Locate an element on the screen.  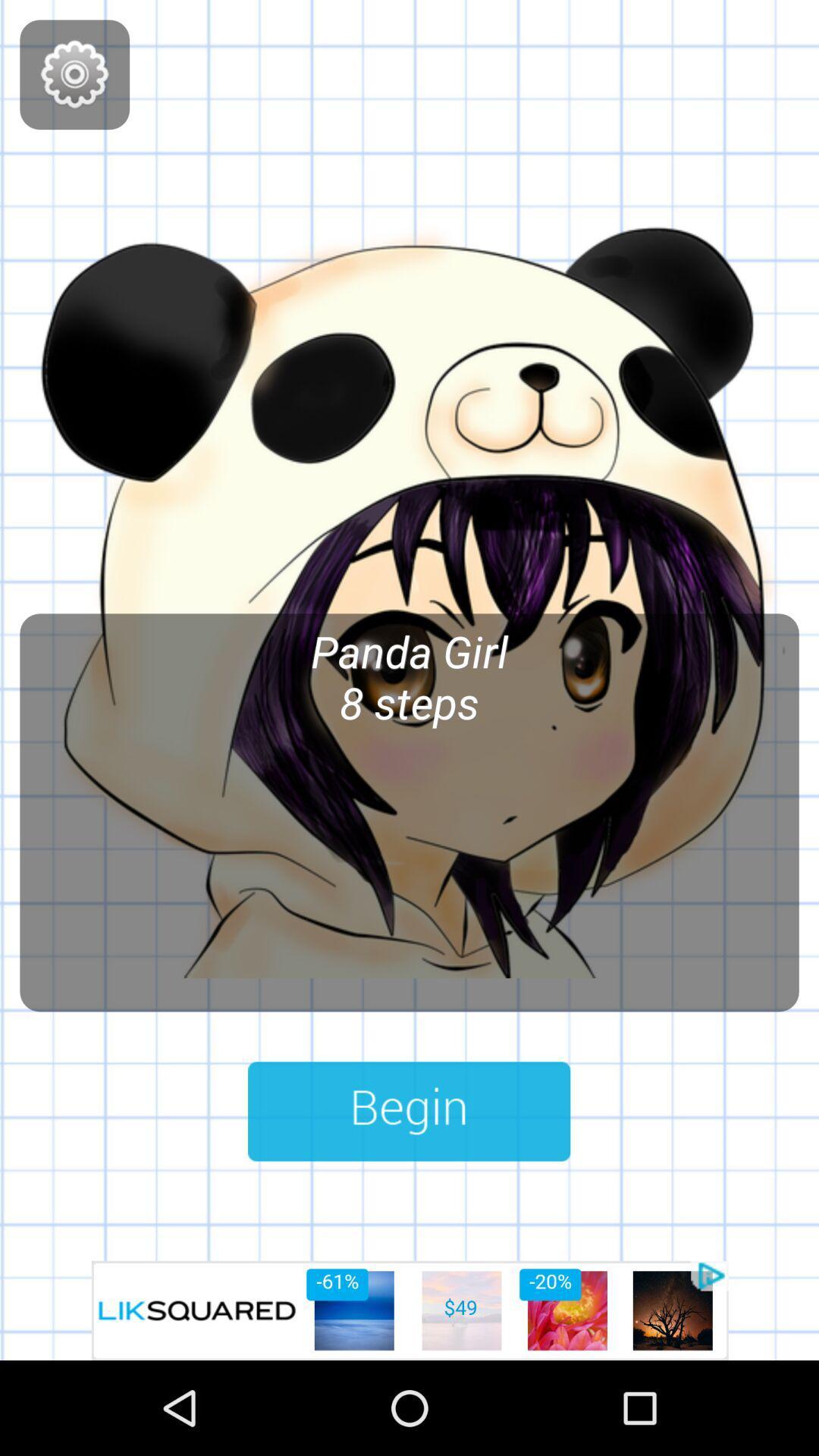
option is located at coordinates (409, 1310).